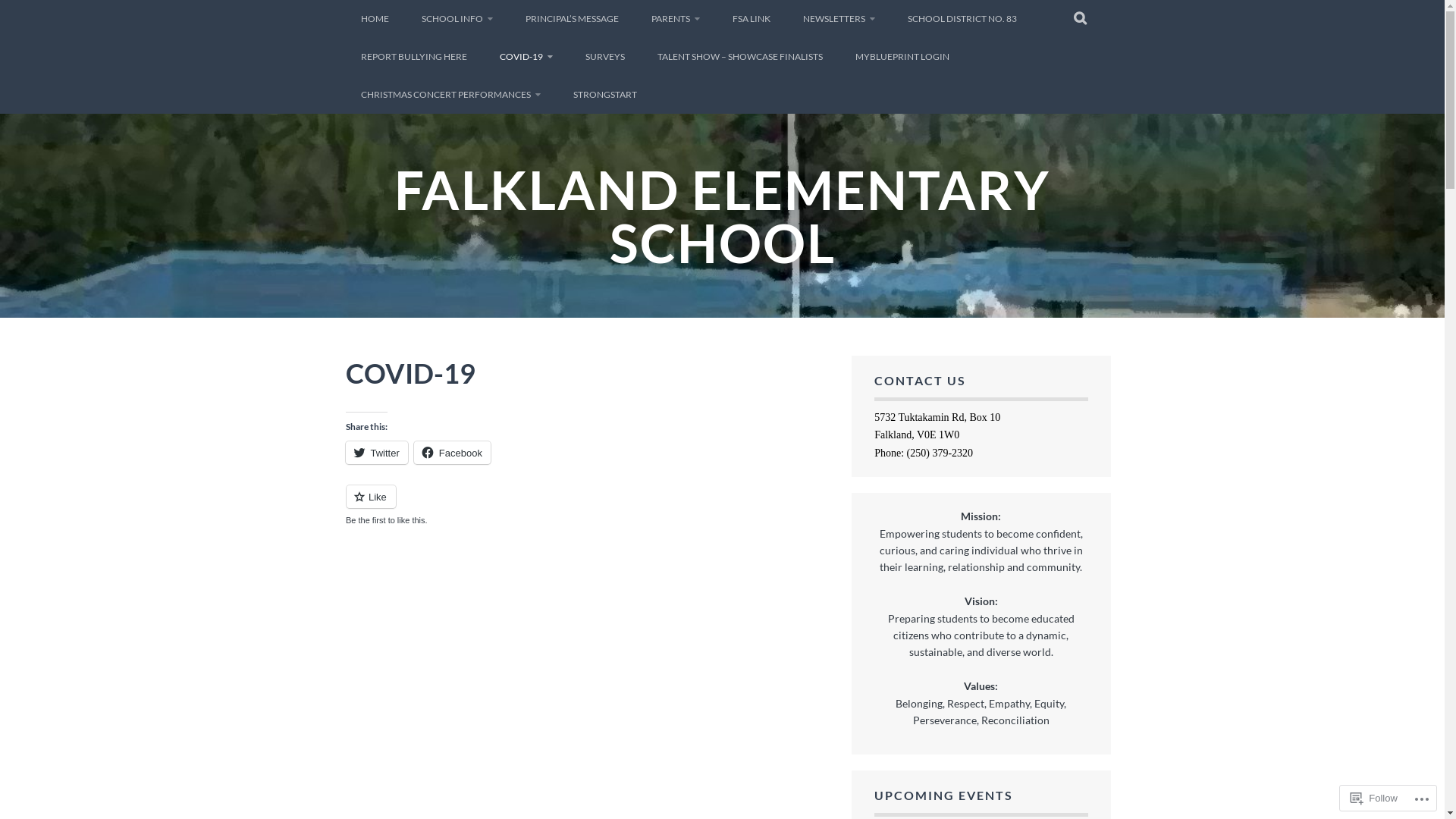 Image resolution: width=1456 pixels, height=819 pixels. Describe the element at coordinates (525, 55) in the screenshot. I see `'COVID-19'` at that location.